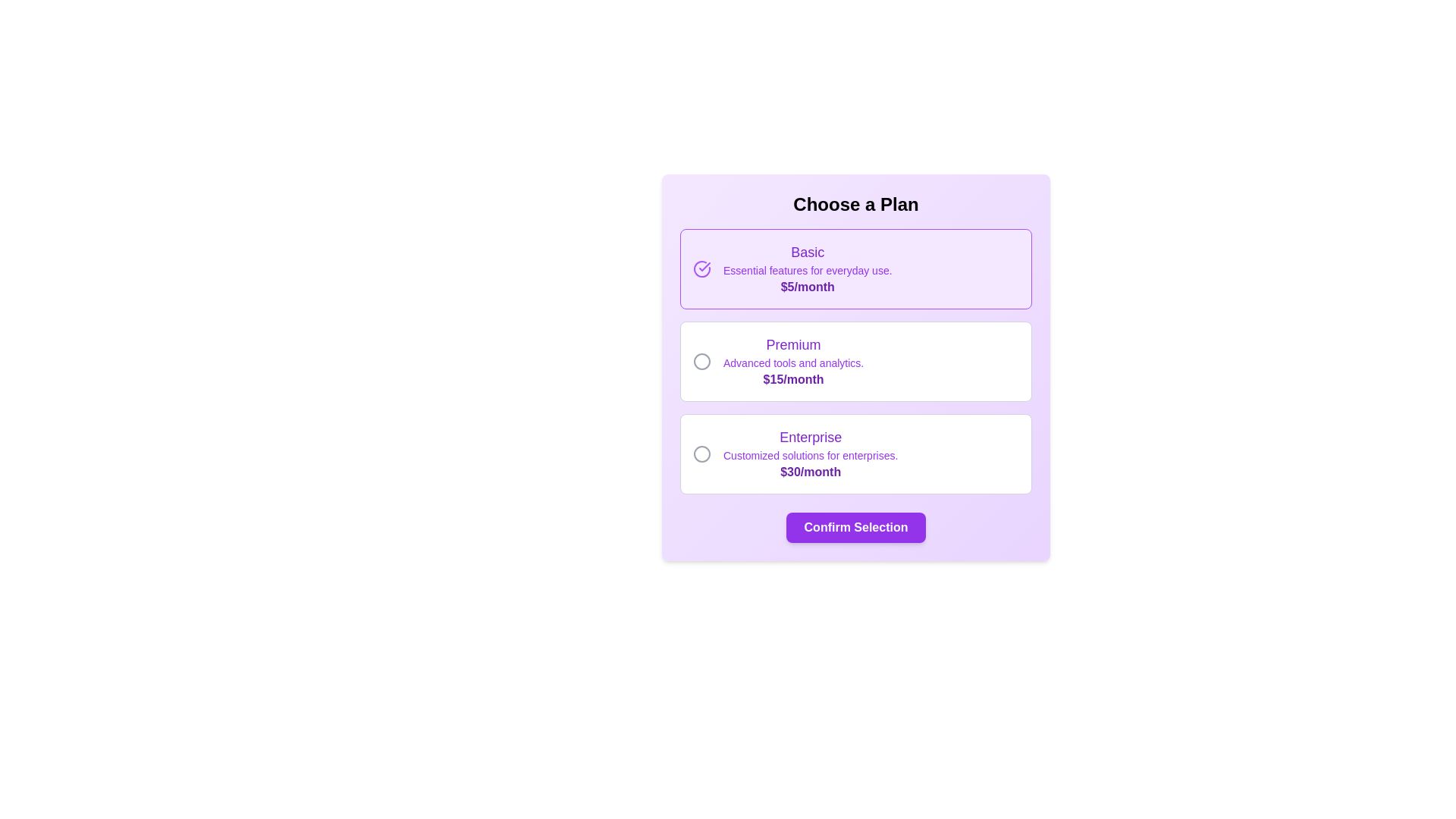  Describe the element at coordinates (855, 453) in the screenshot. I see `the radio button labeled 'Enterprise'` at that location.